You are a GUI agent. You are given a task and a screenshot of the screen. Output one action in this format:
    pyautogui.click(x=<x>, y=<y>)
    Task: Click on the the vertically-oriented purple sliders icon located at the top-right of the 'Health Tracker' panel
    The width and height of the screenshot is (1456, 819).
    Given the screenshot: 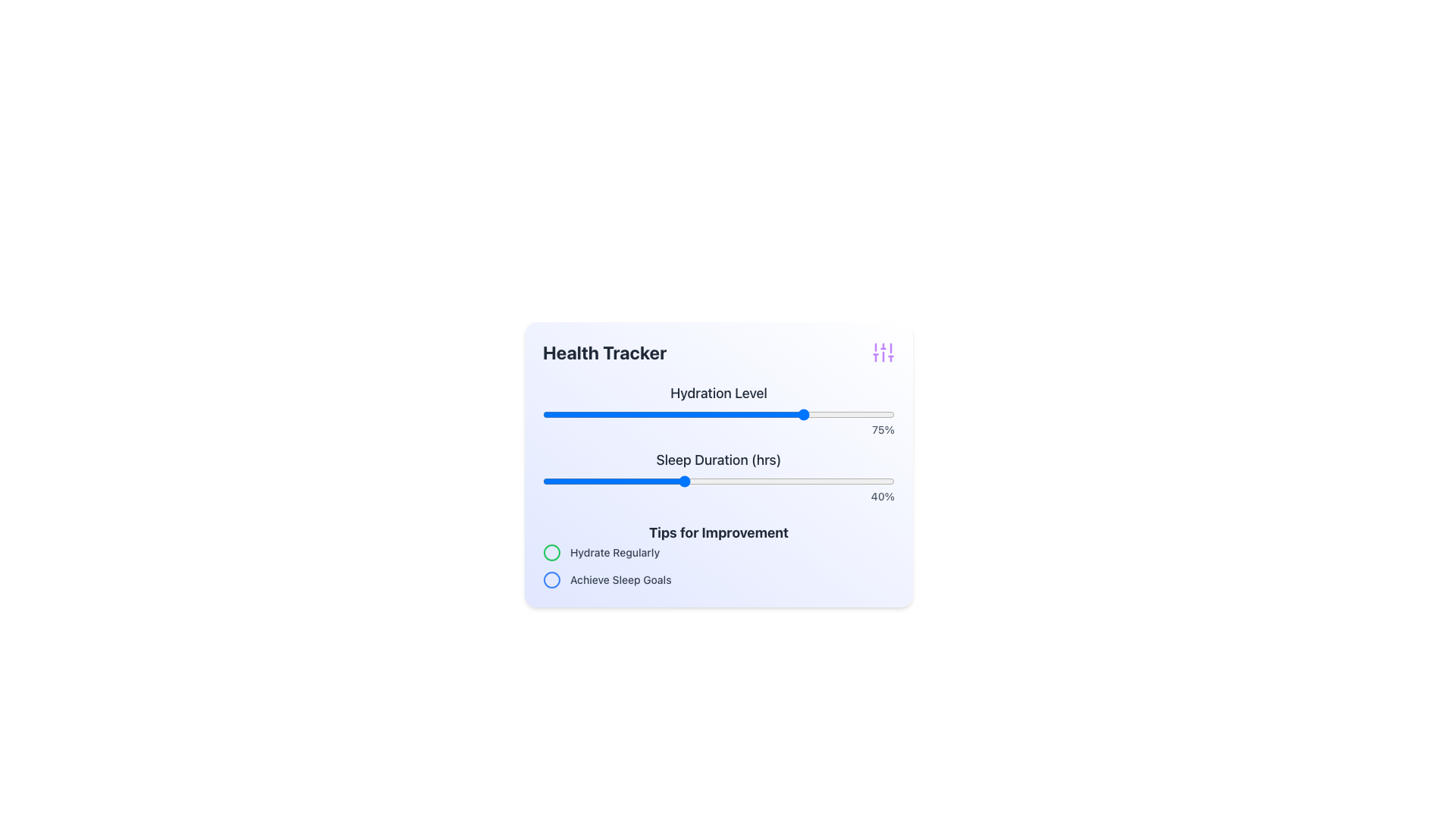 What is the action you would take?
    pyautogui.click(x=883, y=353)
    